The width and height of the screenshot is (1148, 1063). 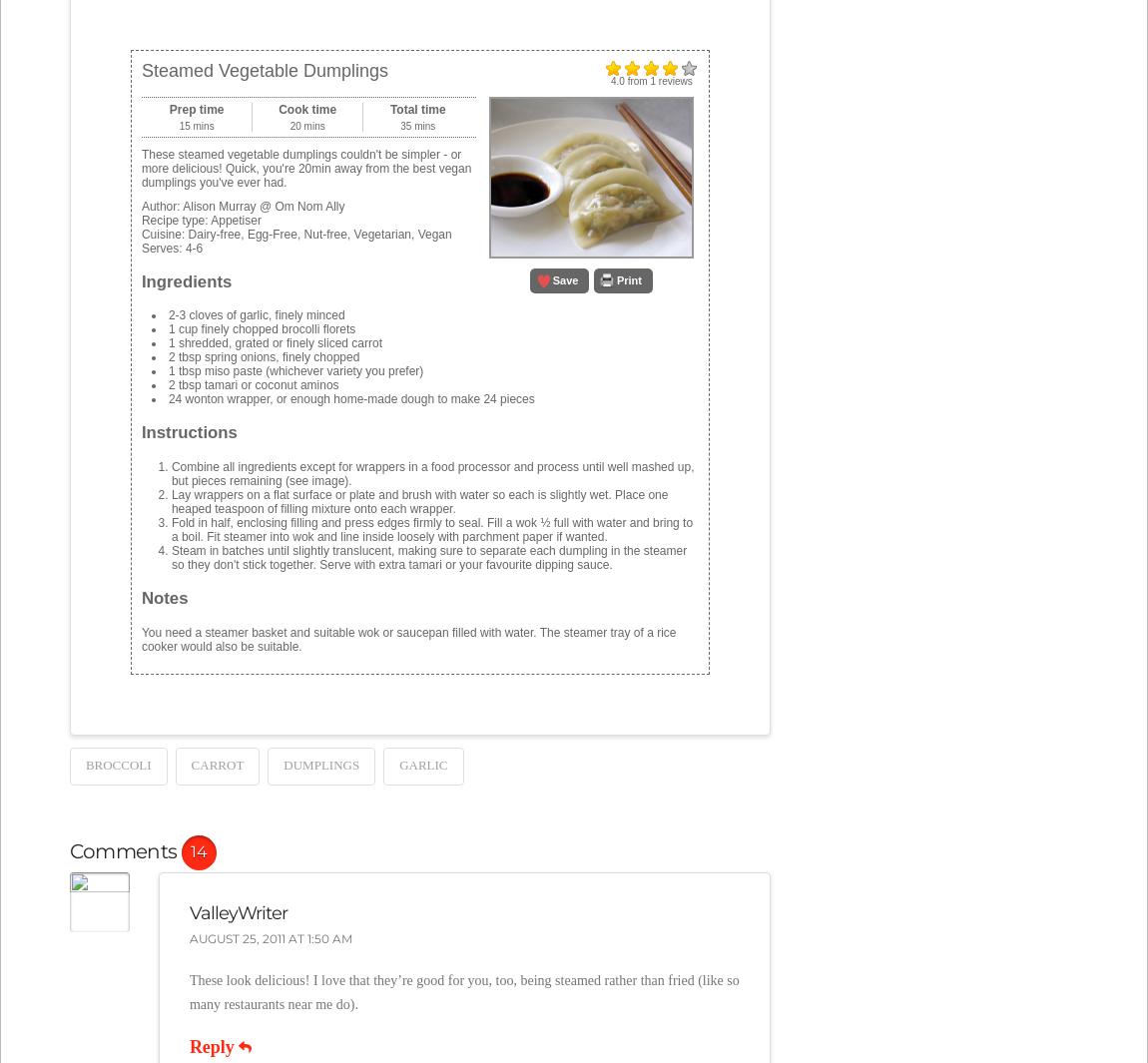 What do you see at coordinates (418, 500) in the screenshot?
I see `'Lay wrappers on a flat surface or plate and brush with water so each is slightly wet. Place one heaped teaspoon of filling mixture onto each wrapper.'` at bounding box center [418, 500].